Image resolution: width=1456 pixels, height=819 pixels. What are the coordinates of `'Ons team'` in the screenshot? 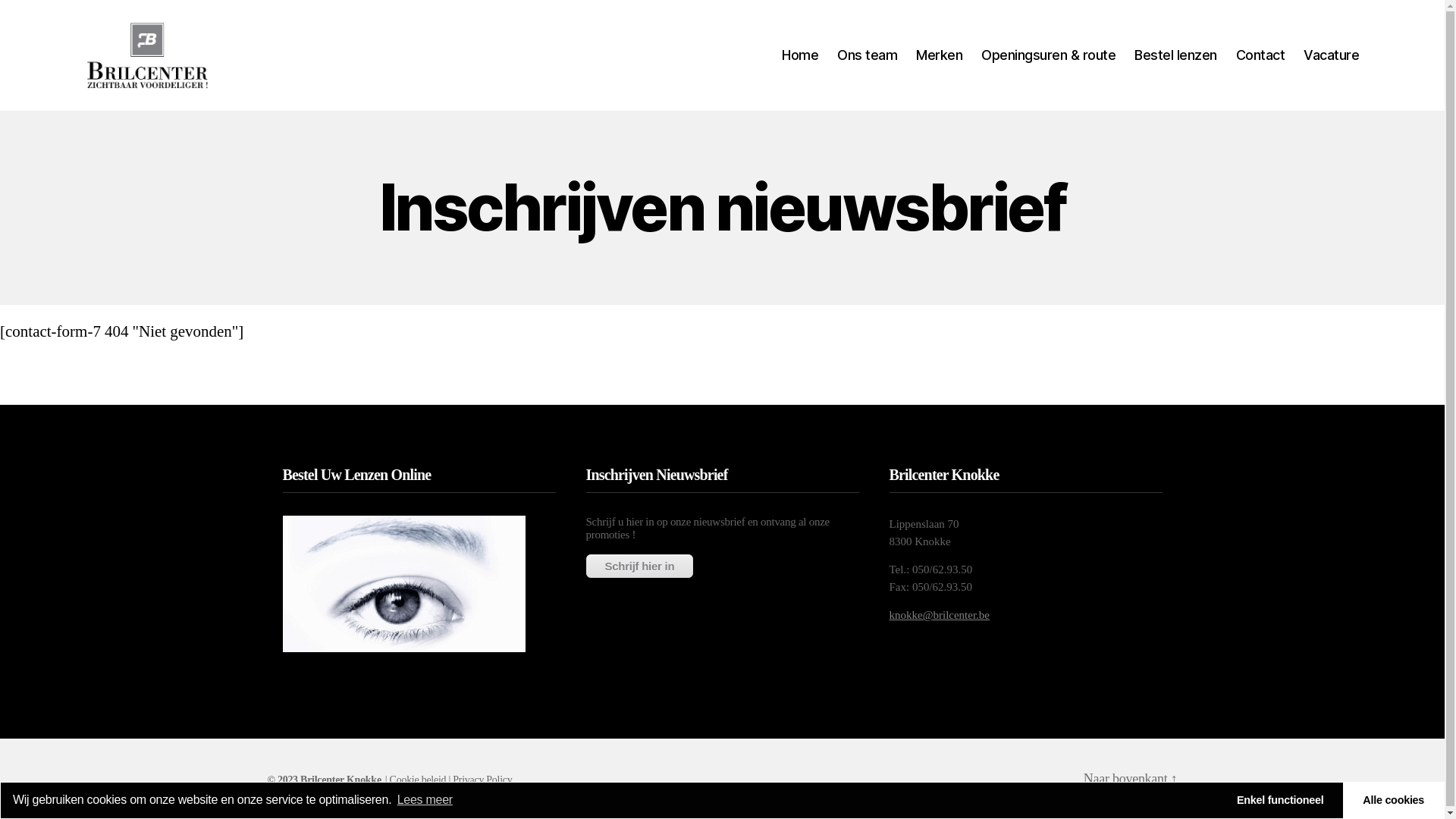 It's located at (867, 55).